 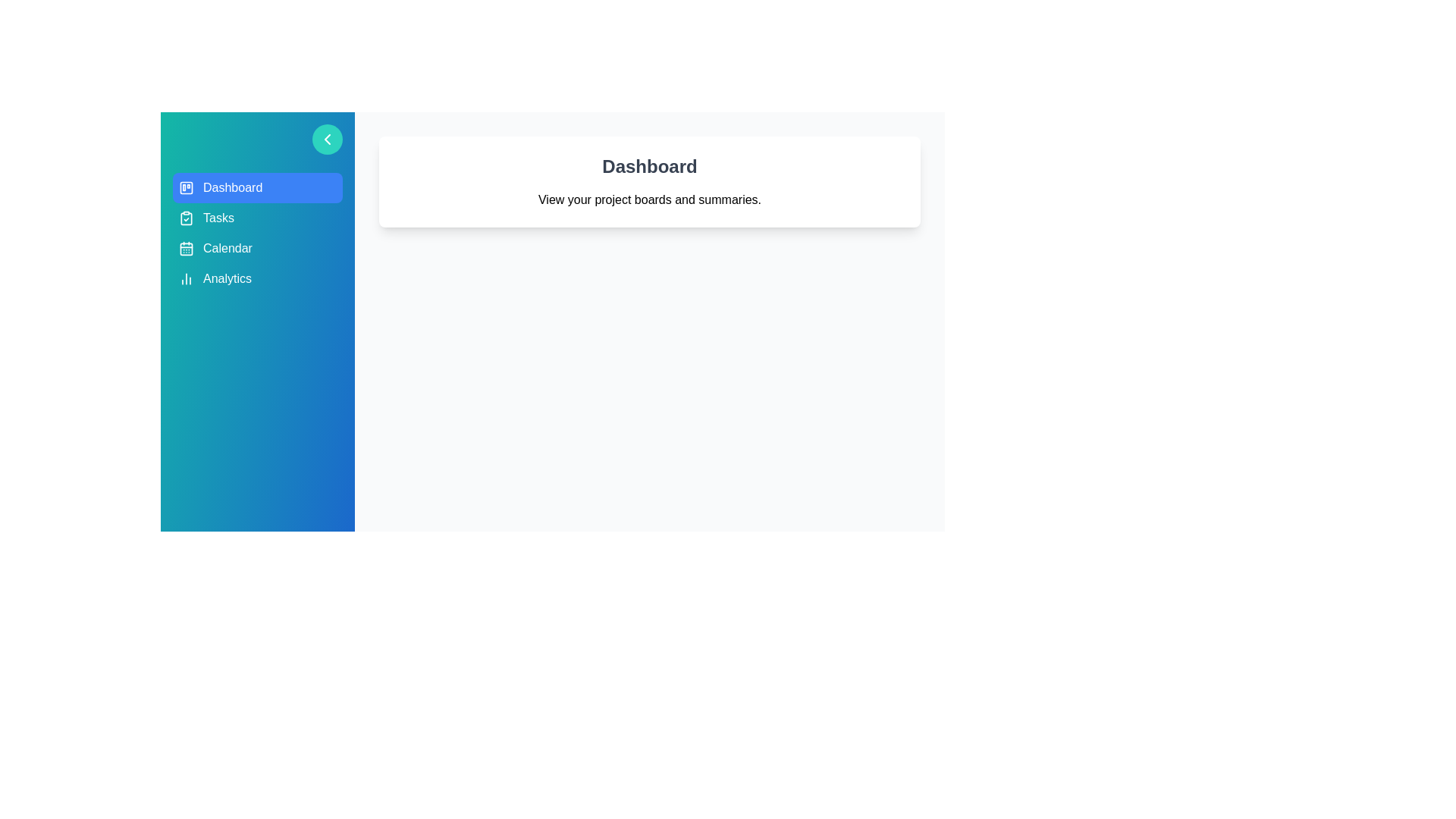 I want to click on the back or collapse button located in the circular button at the top right of the navigation bar to indicate interaction, so click(x=327, y=140).